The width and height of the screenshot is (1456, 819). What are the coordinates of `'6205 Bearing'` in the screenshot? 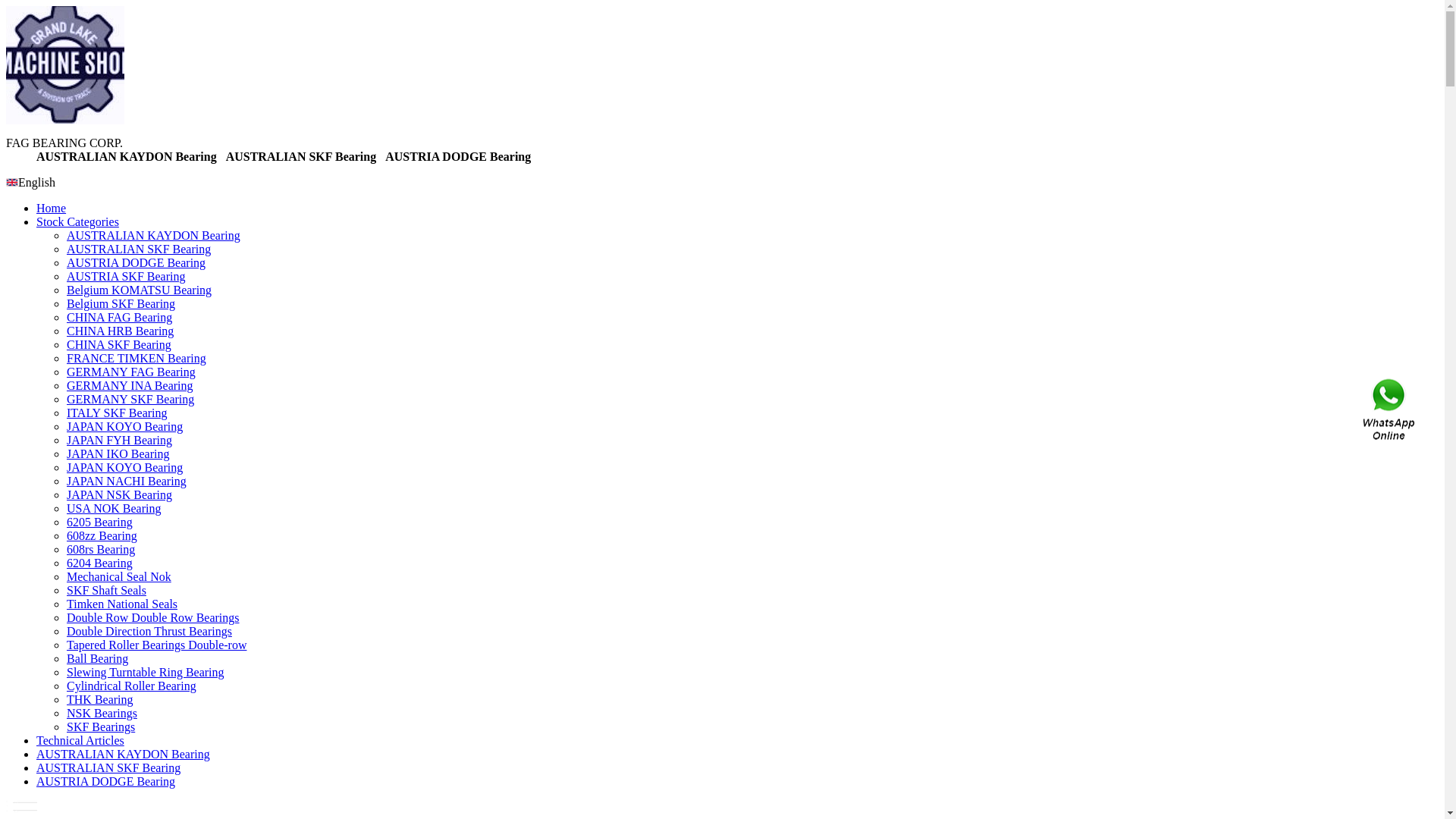 It's located at (99, 521).